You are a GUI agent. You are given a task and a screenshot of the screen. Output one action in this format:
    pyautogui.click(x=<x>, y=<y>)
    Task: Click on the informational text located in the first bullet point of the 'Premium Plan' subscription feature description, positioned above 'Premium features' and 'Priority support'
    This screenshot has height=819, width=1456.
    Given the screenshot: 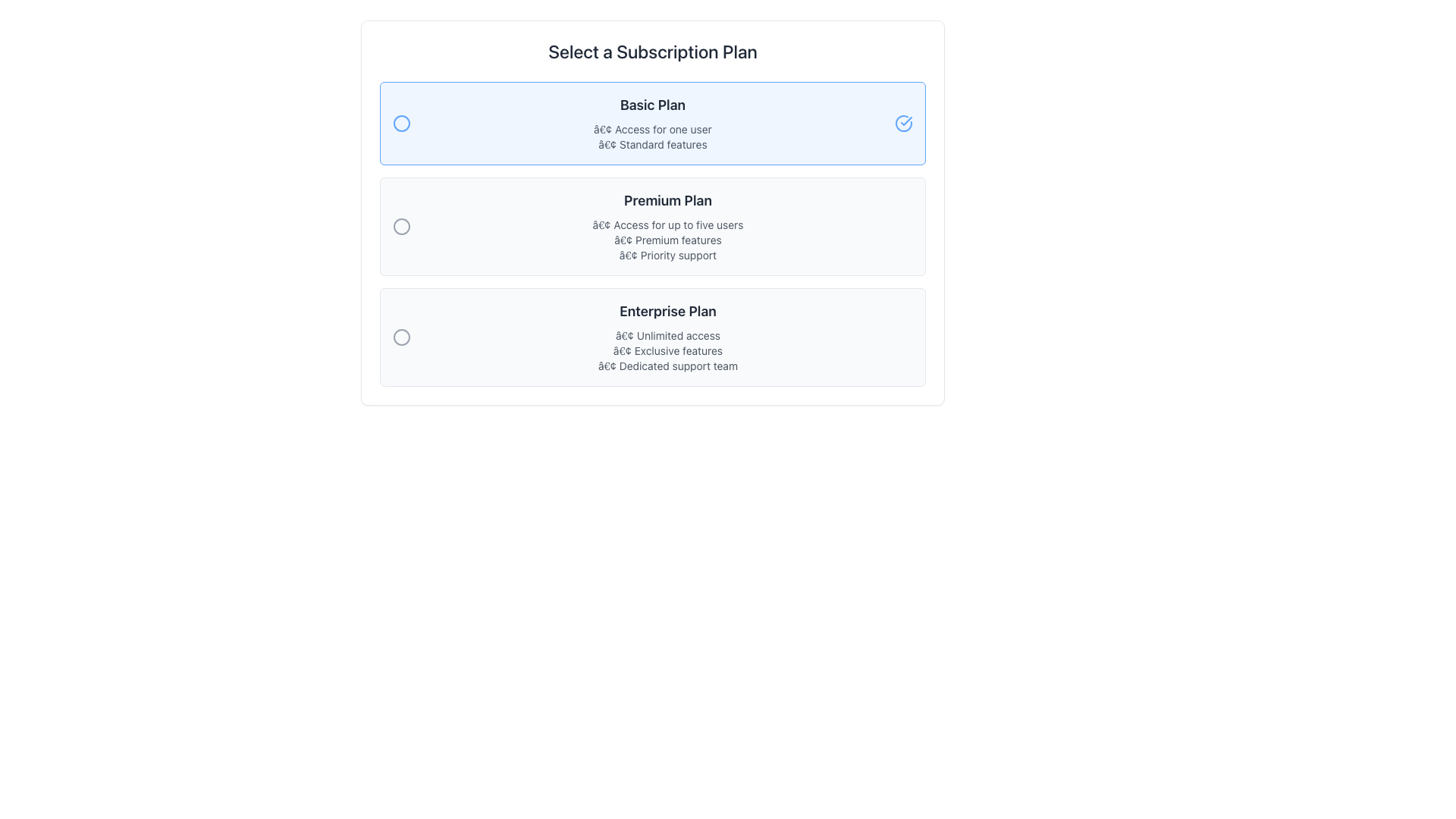 What is the action you would take?
    pyautogui.click(x=667, y=225)
    